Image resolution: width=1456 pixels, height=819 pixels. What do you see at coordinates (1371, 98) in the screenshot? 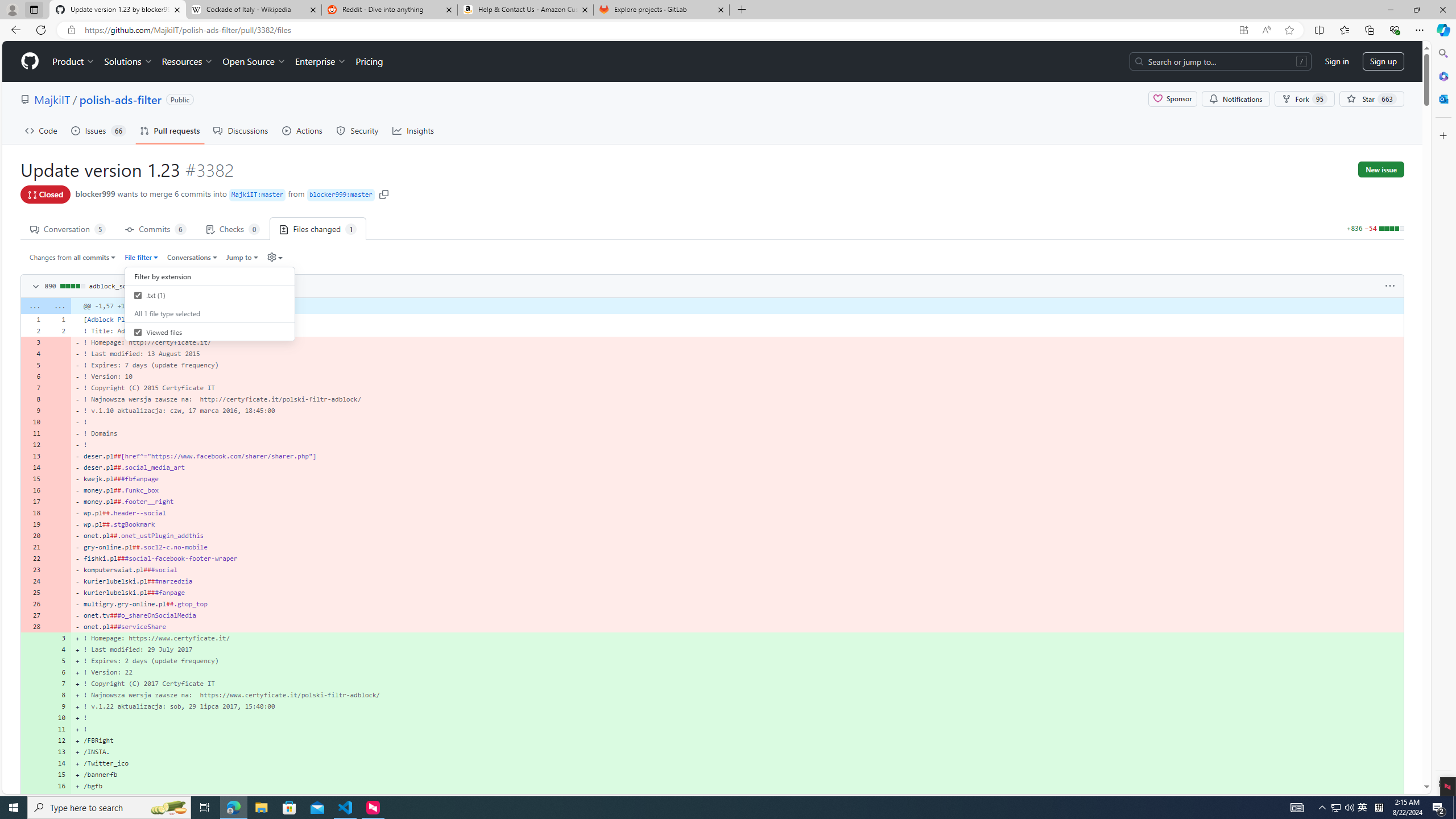
I see `'You must be signed in to star a repository'` at bounding box center [1371, 98].